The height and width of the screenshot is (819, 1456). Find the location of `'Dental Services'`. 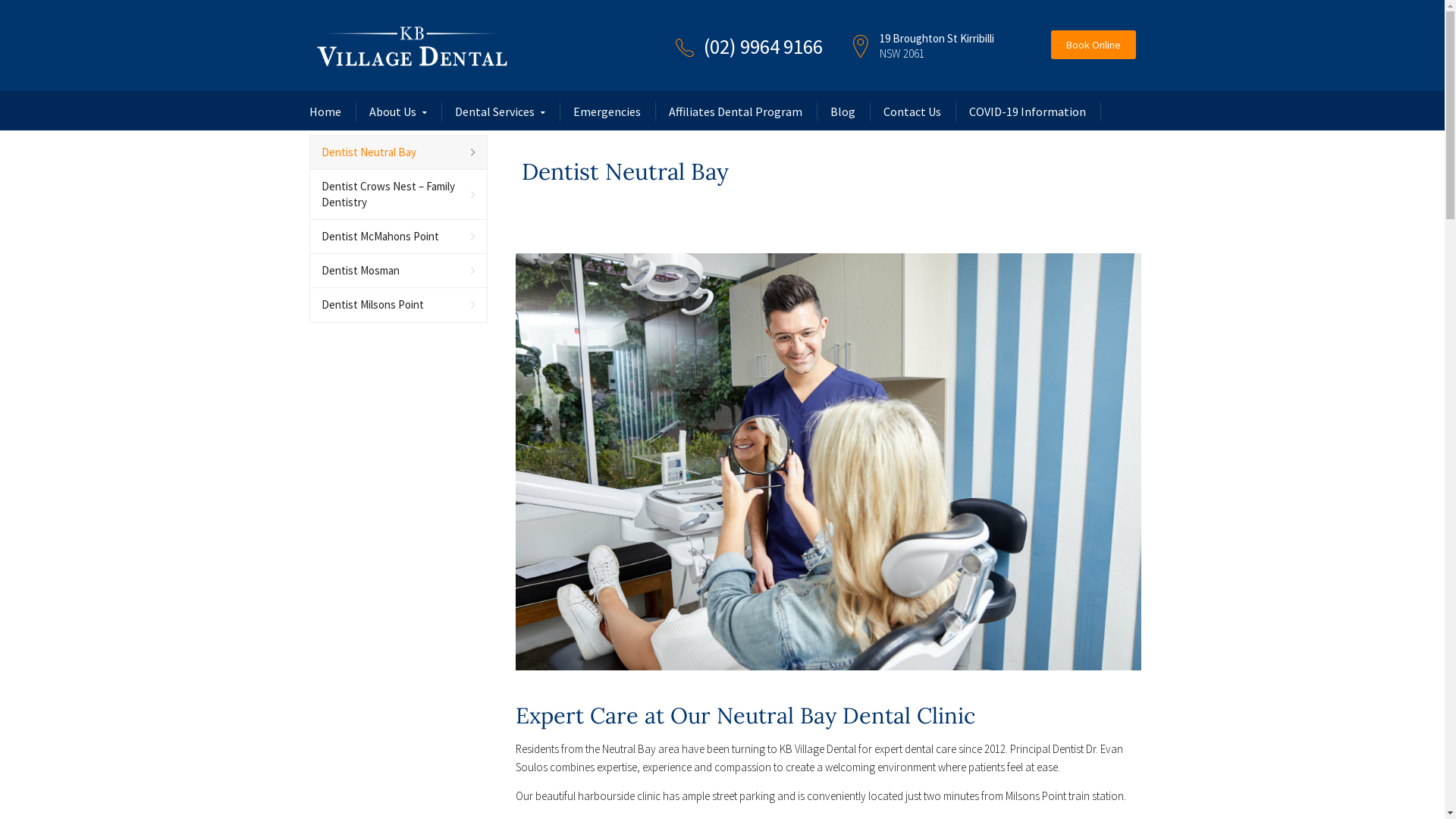

'Dental Services' is located at coordinates (500, 111).